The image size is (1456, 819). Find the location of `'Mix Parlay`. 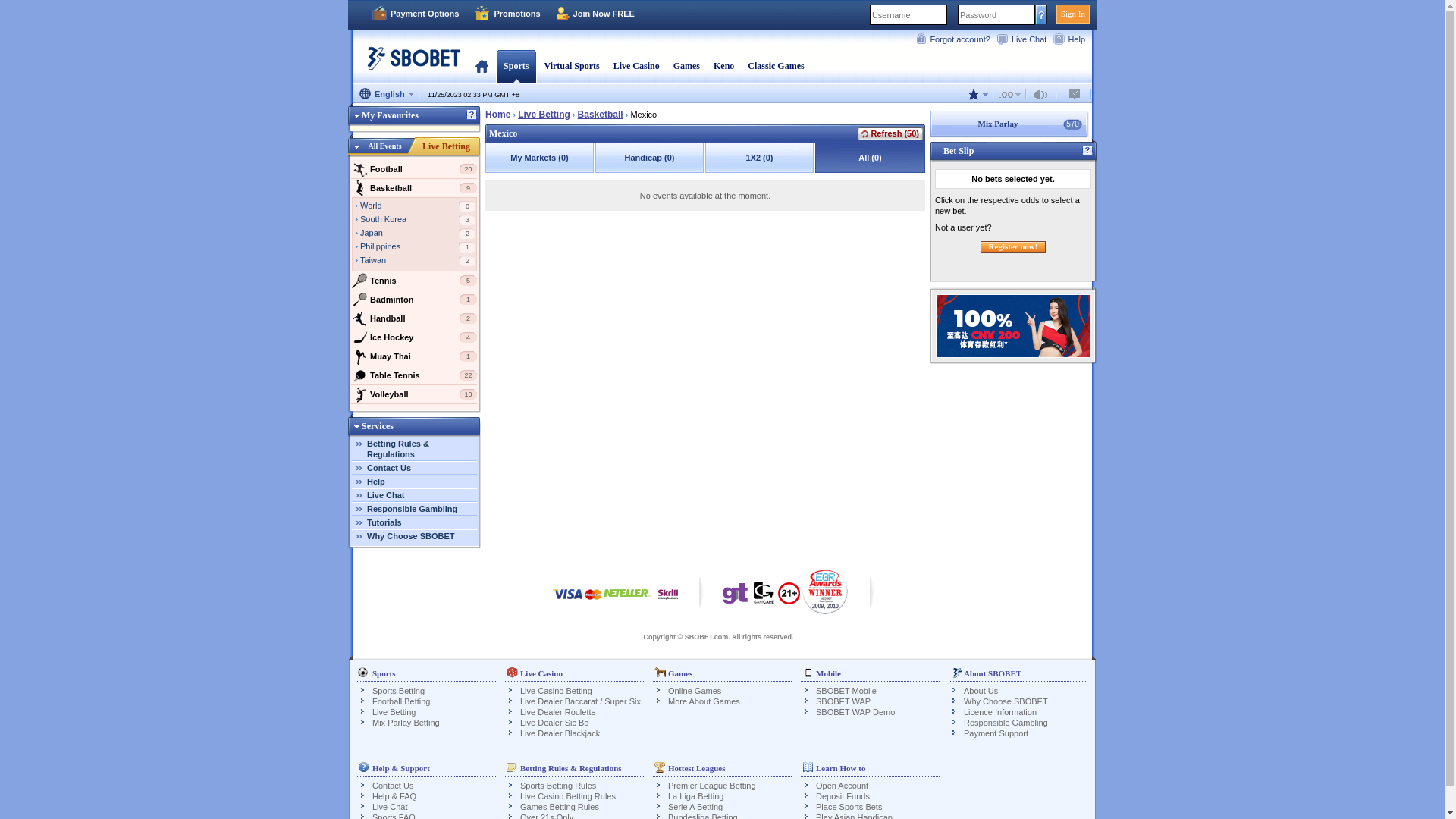

'Mix Parlay is located at coordinates (1012, 123).